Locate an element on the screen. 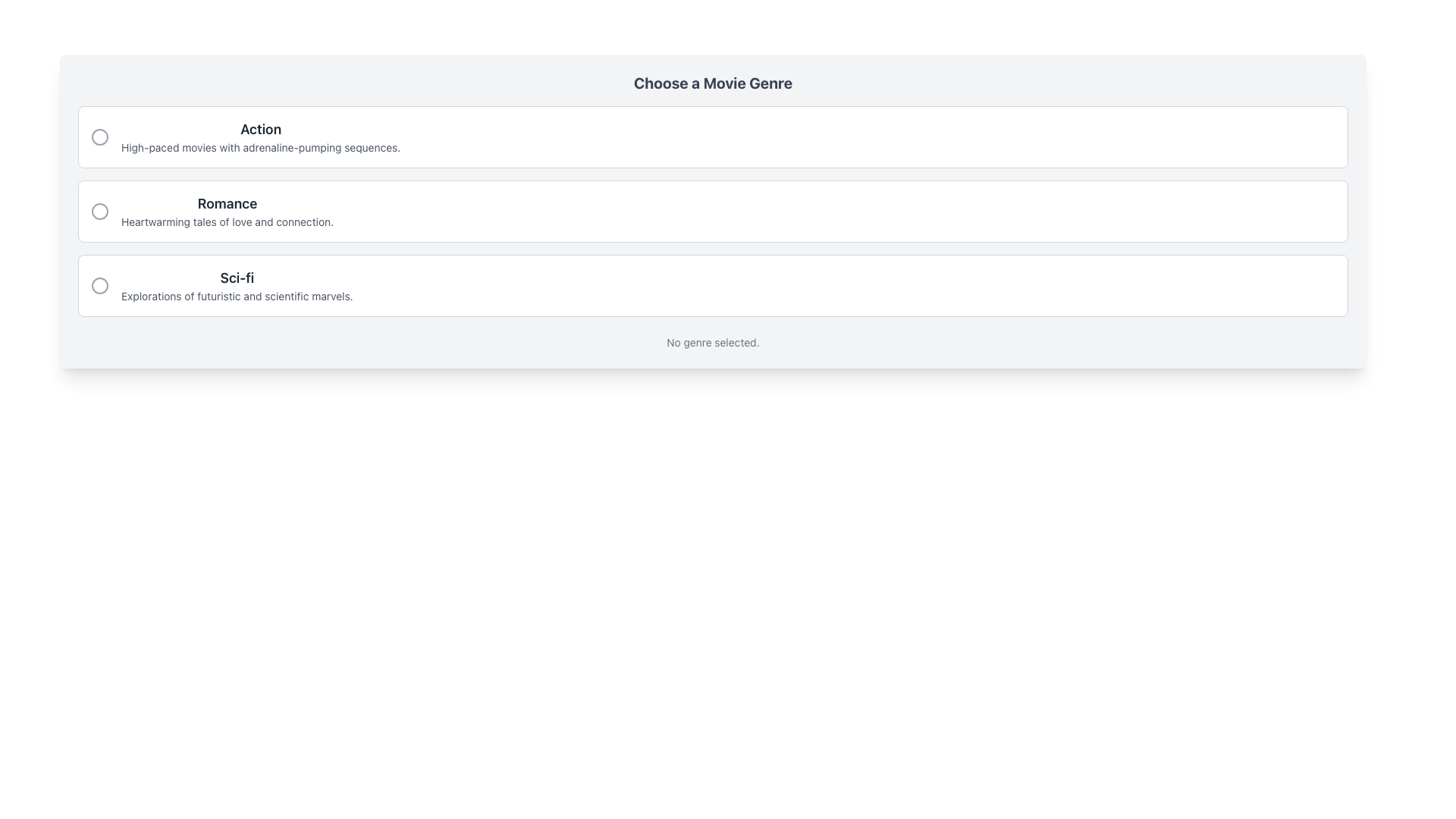  the descriptive text element located beneath the 'Sci-fi' text in the card-like presentation for the Sci-fi movie genre is located at coordinates (236, 296).